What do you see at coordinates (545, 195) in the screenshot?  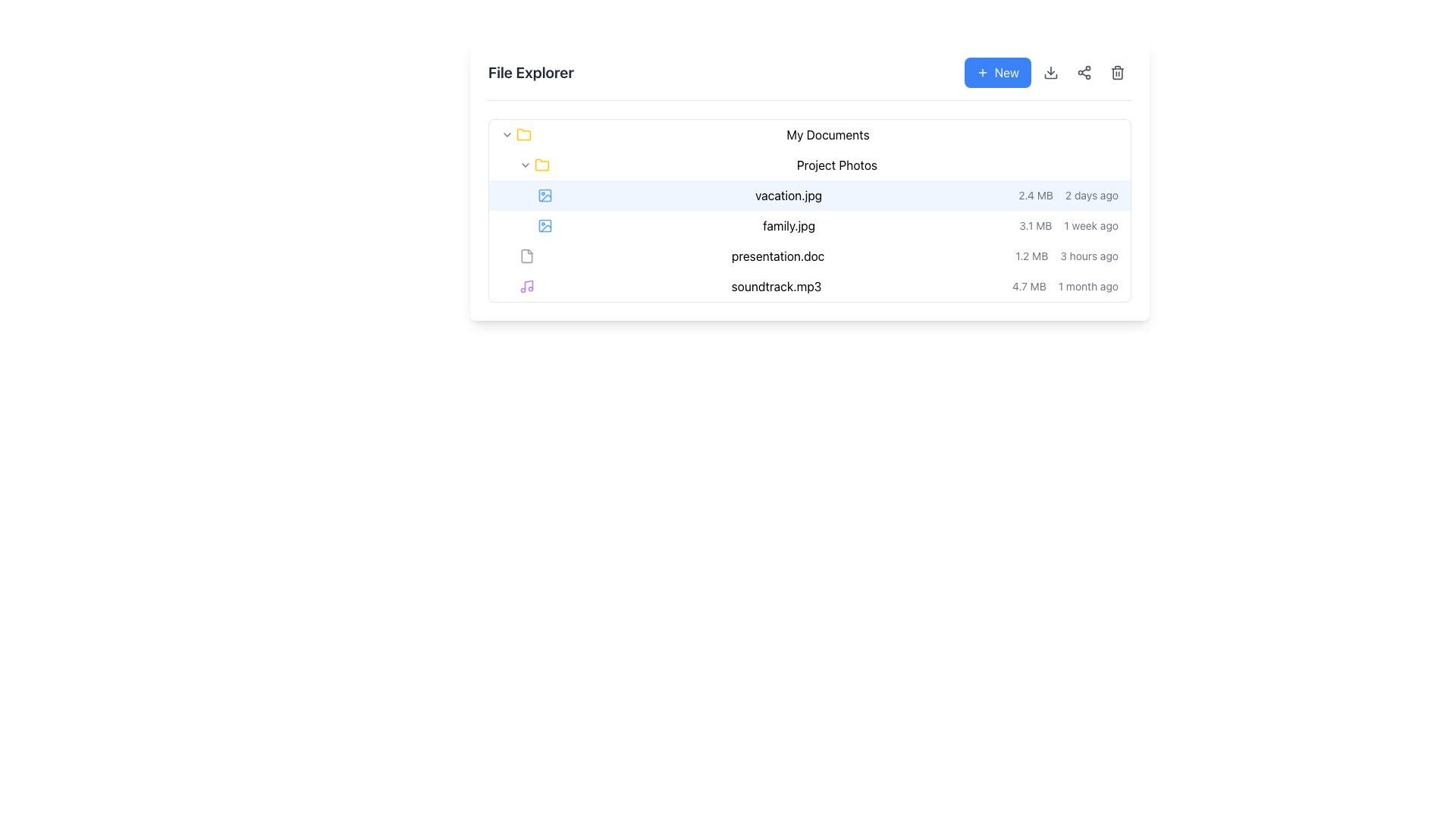 I see `the blue rectangular icon with rounded edges representing 'vacation.jpg' in the 'Project Photos' folder in the File Explorer UI` at bounding box center [545, 195].